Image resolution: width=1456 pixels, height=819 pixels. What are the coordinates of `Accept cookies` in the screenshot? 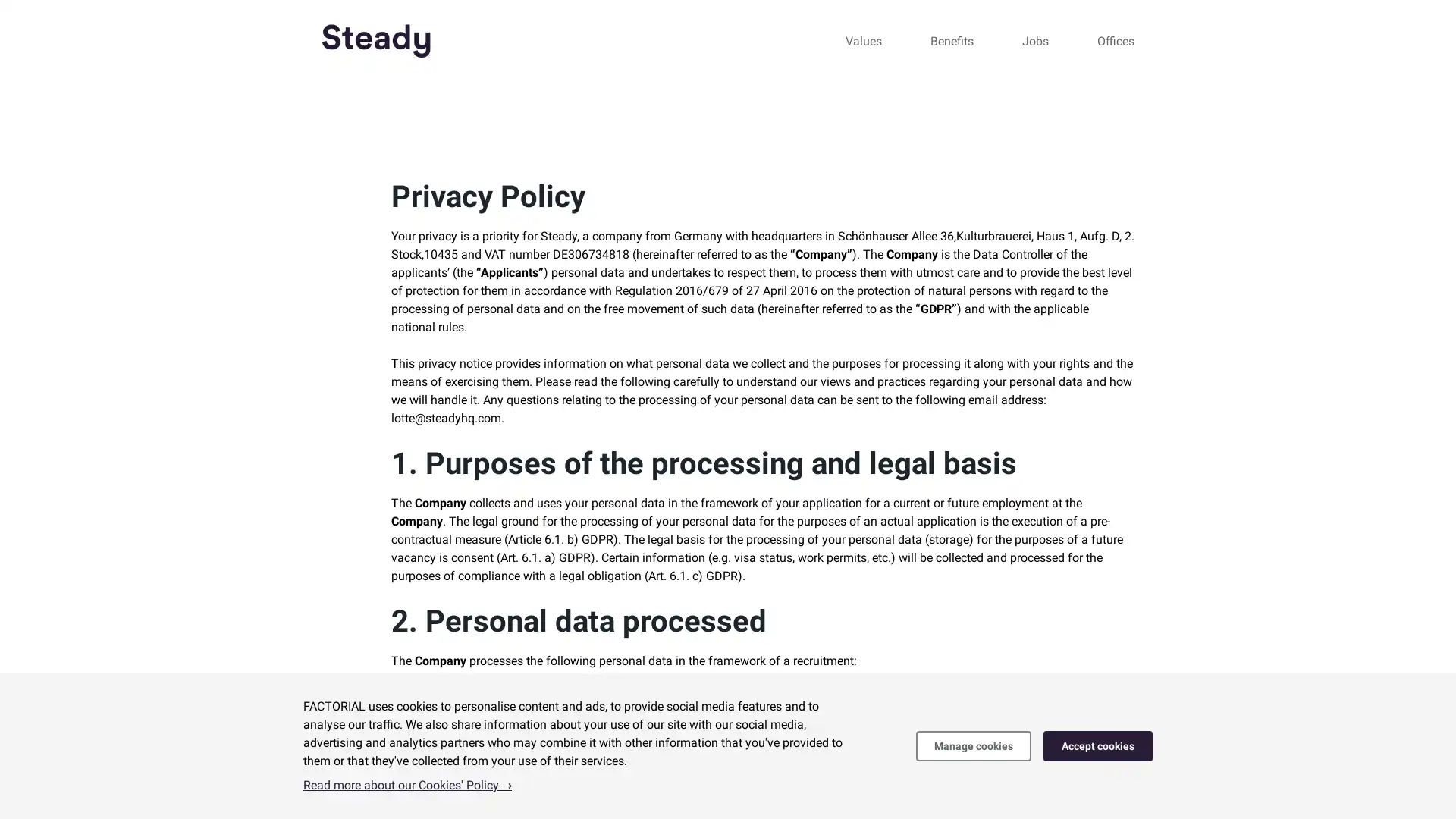 It's located at (1098, 745).